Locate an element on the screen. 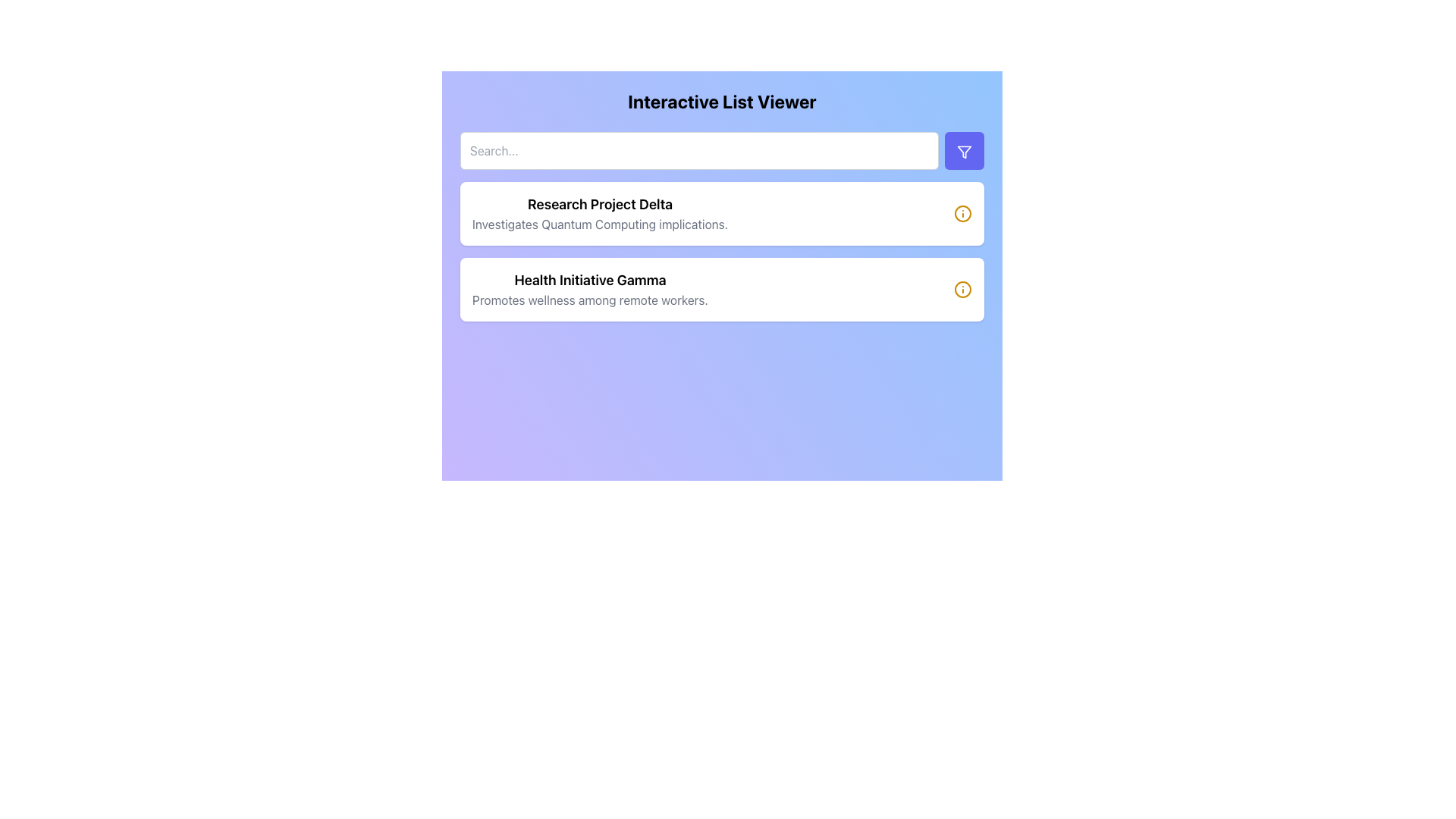 The image size is (1456, 819). the descriptive text element located under the 'Research Project Delta' title for accessibility purposes is located at coordinates (599, 224).